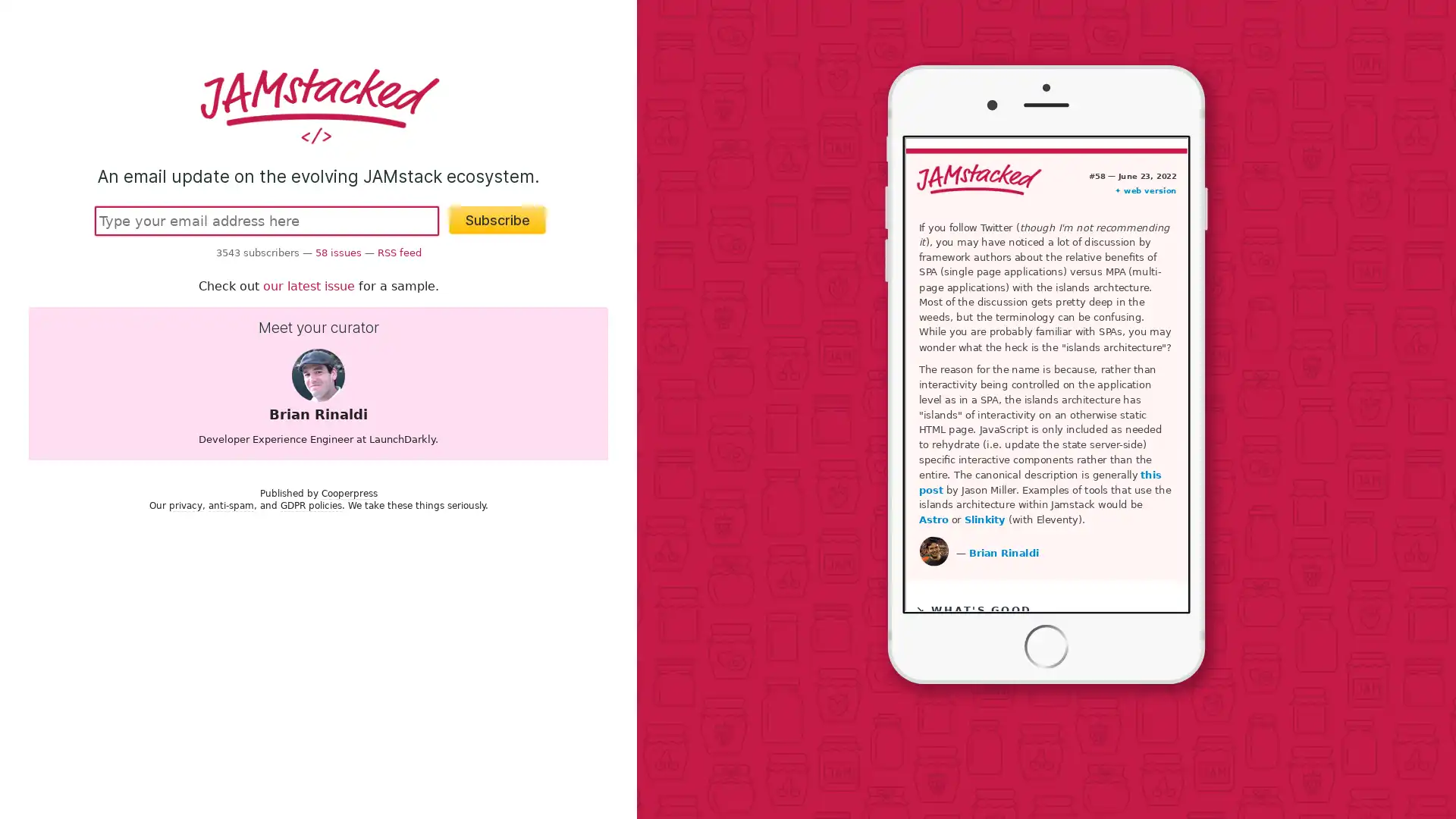 The width and height of the screenshot is (1456, 819). Describe the element at coordinates (497, 219) in the screenshot. I see `Subscribe` at that location.